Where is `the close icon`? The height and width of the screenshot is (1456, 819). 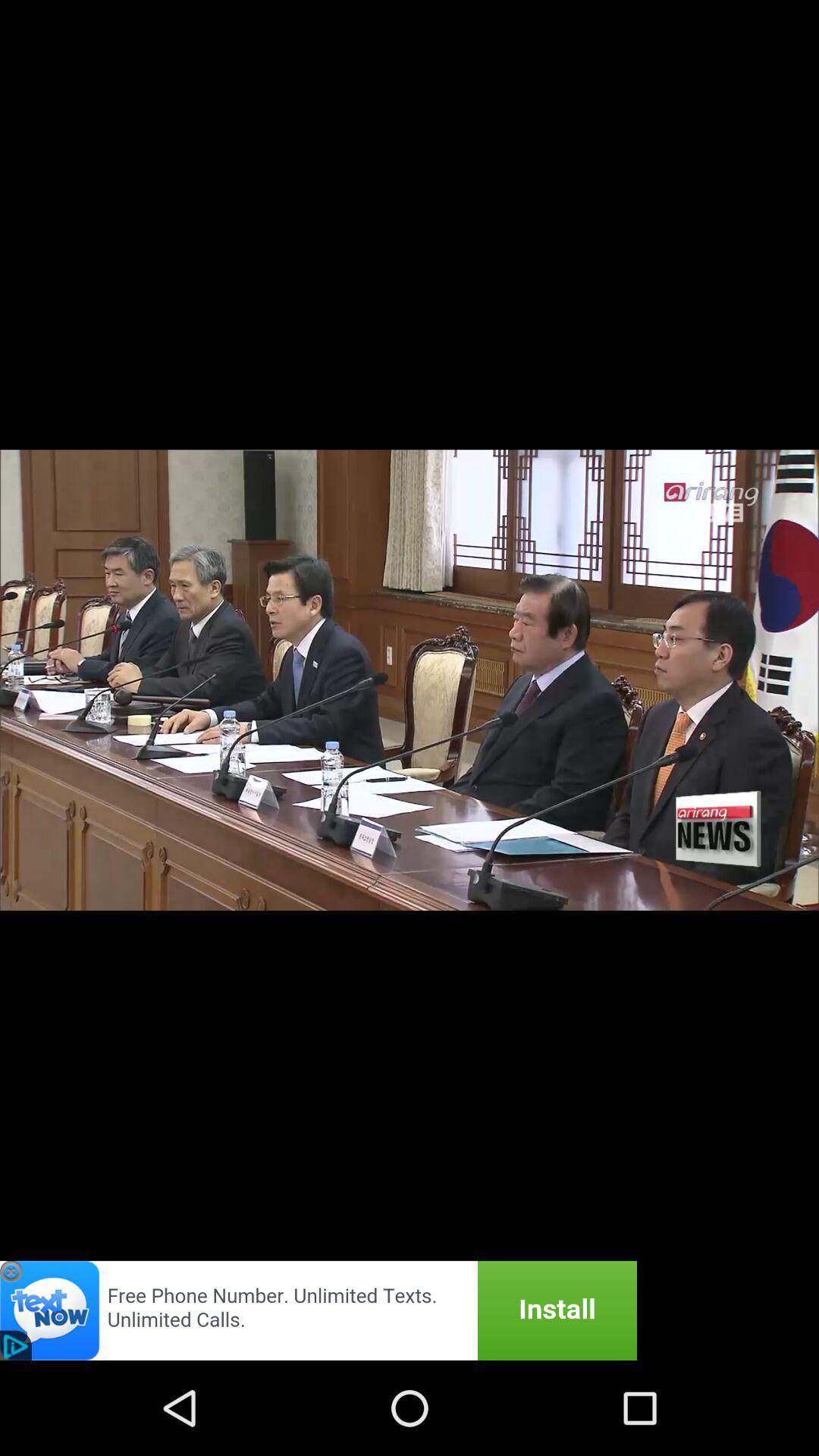 the close icon is located at coordinates (11, 1360).